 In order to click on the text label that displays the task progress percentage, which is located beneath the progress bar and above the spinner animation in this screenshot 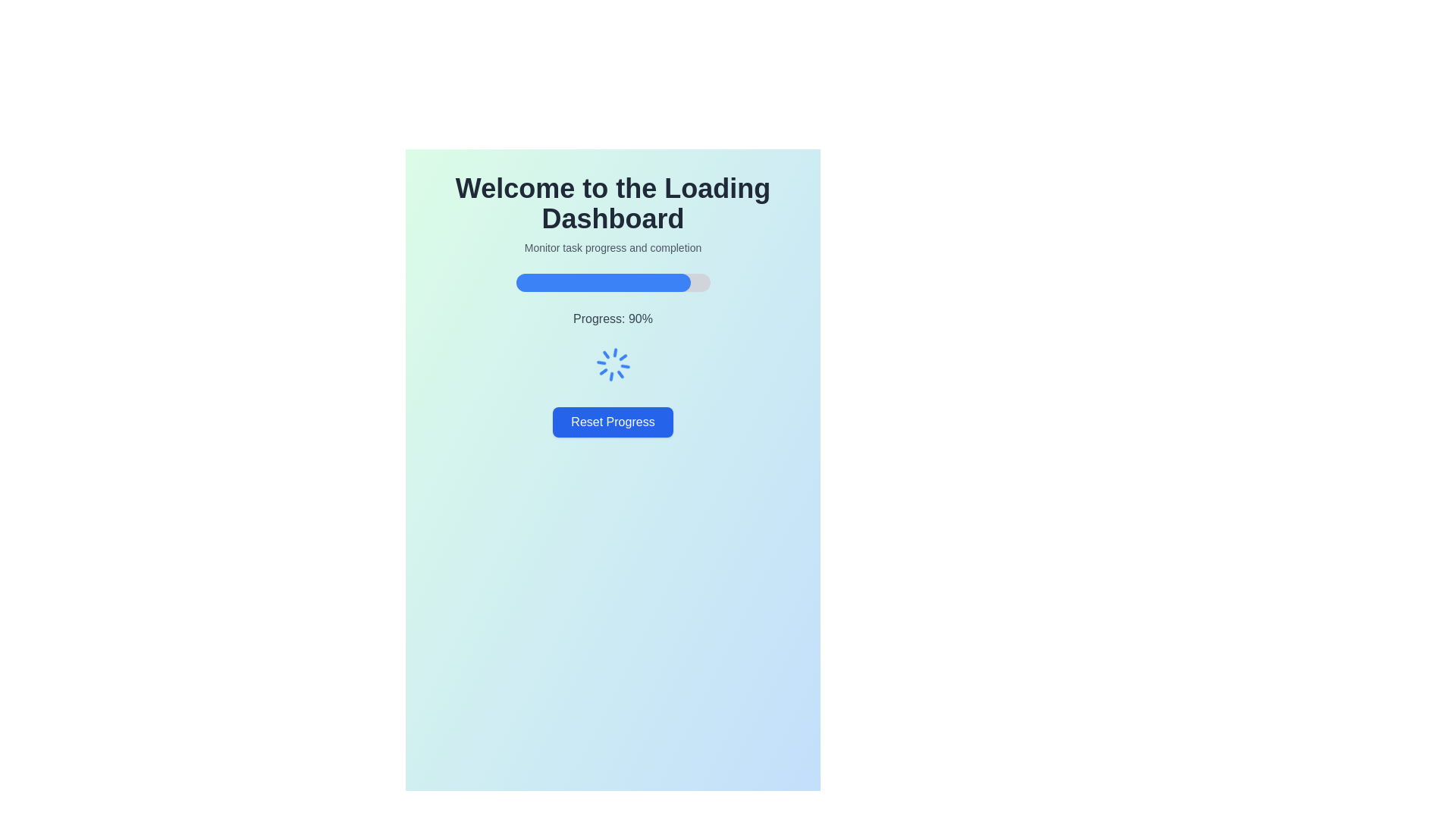, I will do `click(613, 318)`.